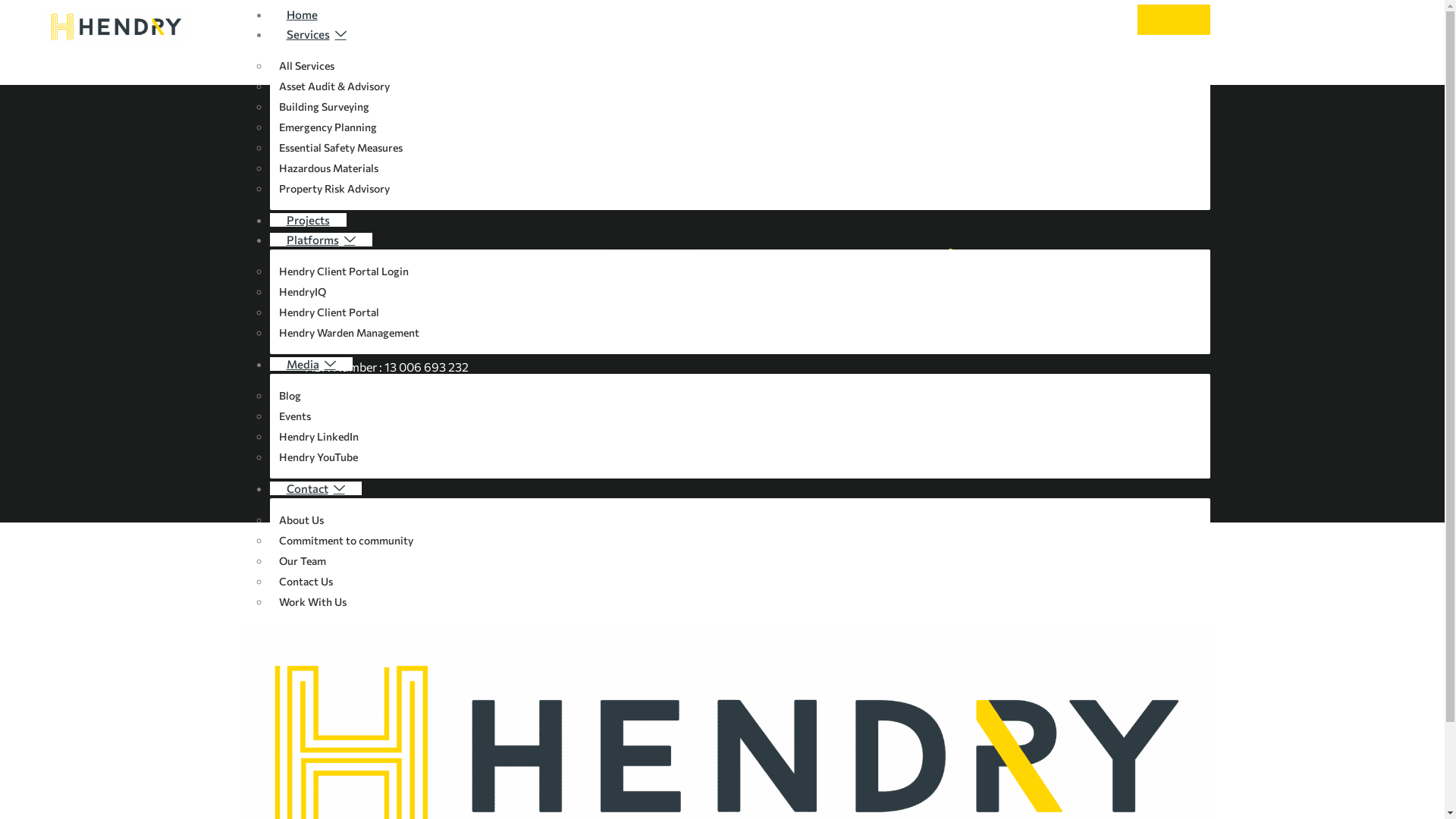  I want to click on 'Contact', so click(269, 488).